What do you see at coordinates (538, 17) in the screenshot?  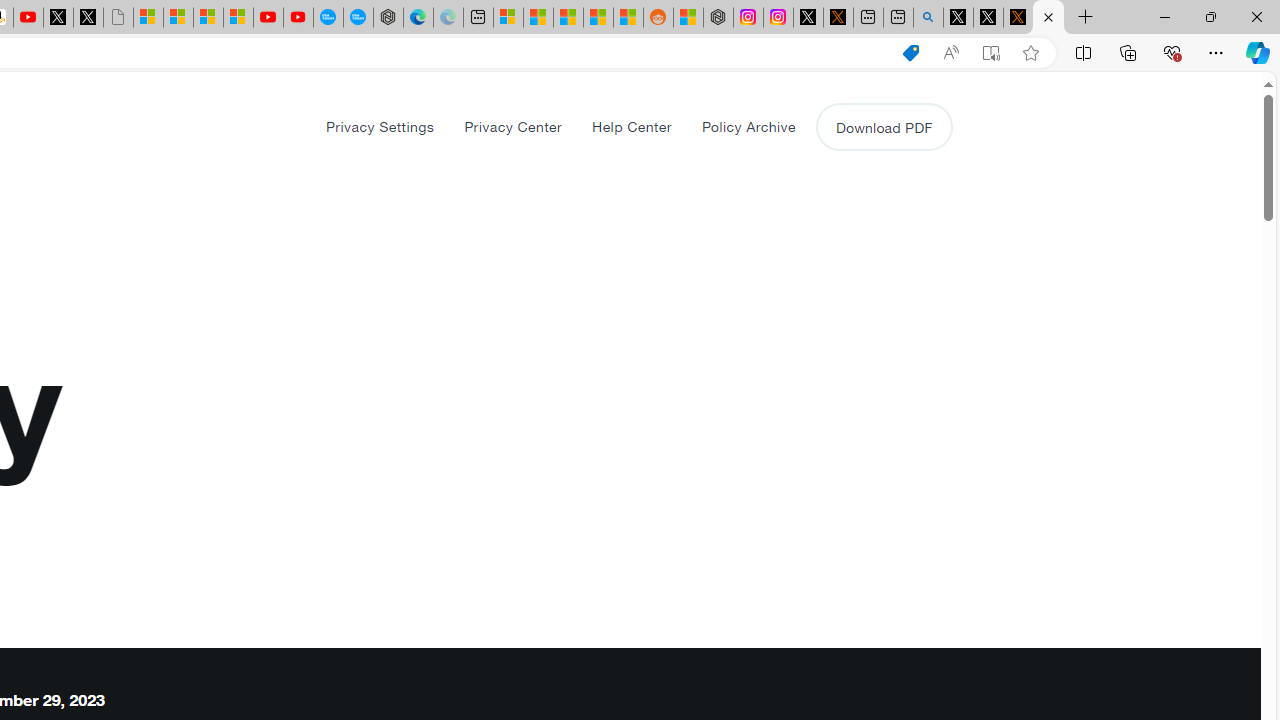 I see `'Shanghai, China weather forecast | Microsoft Weather'` at bounding box center [538, 17].